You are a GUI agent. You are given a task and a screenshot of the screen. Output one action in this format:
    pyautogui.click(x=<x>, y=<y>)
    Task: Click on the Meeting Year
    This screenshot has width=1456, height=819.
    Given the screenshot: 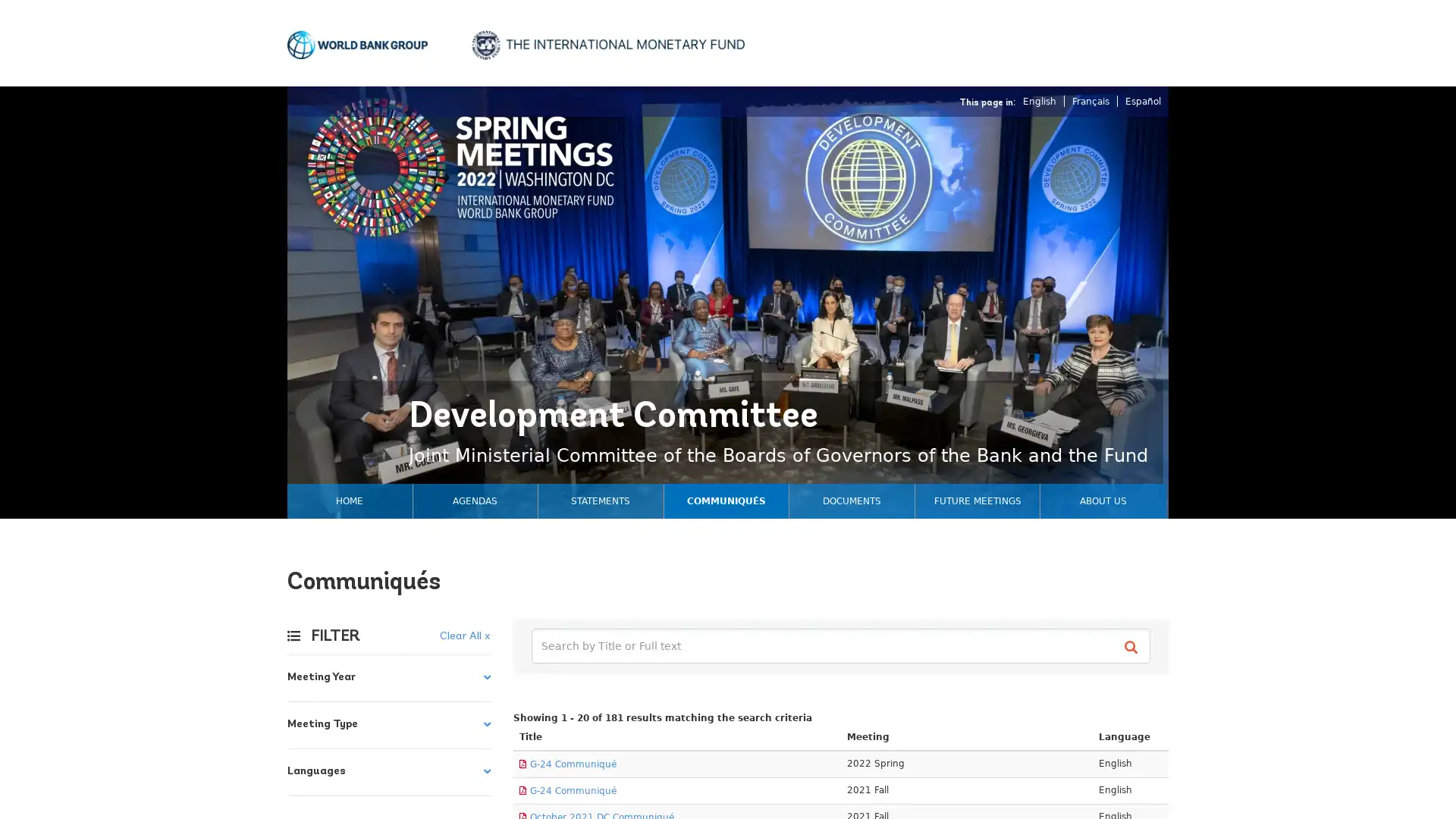 What is the action you would take?
    pyautogui.click(x=389, y=677)
    